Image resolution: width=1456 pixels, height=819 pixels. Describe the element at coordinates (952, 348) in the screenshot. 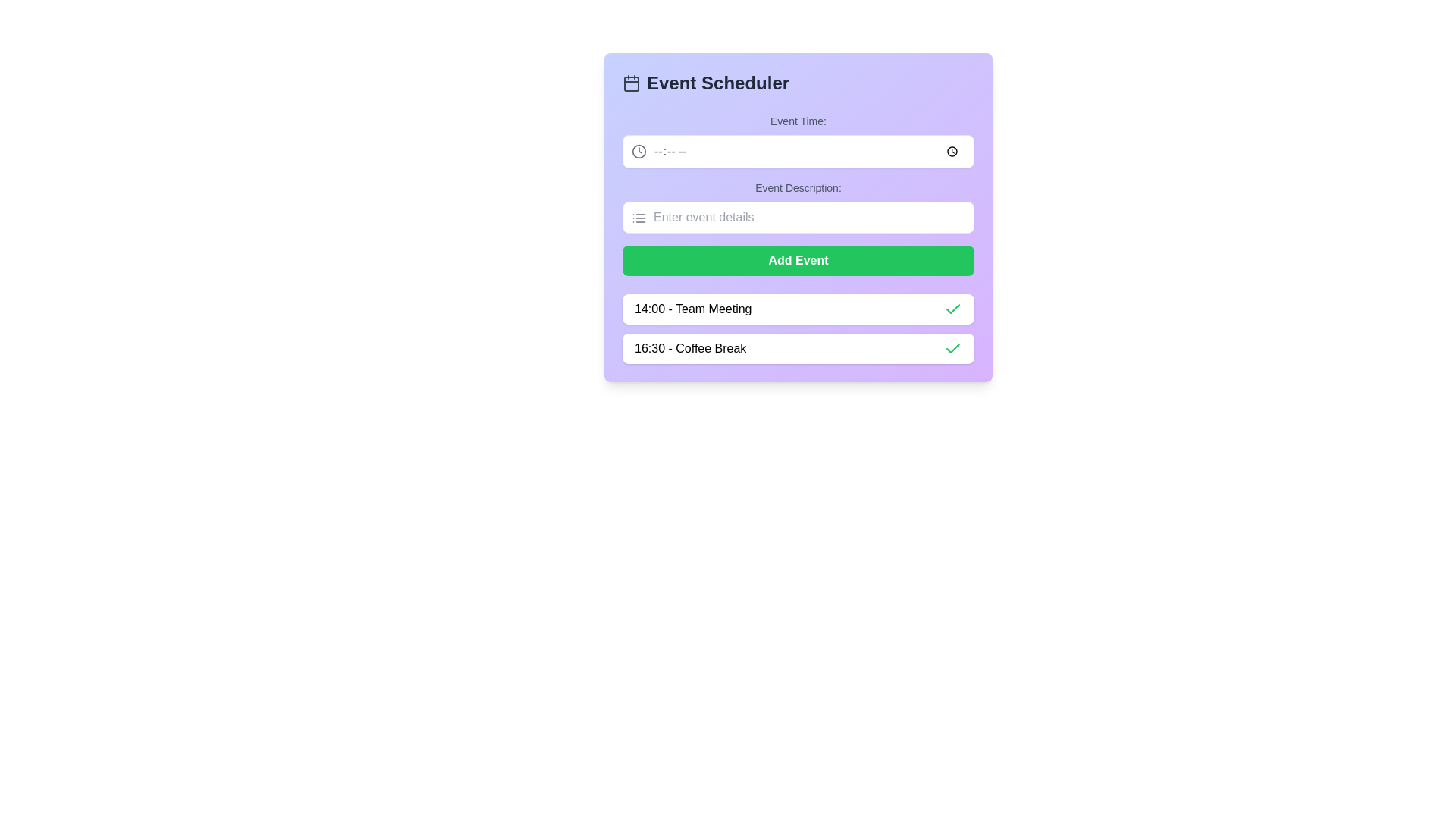

I see `the checkmark SVG icon that indicates successful completion for the '14:00 - Team Meeting' event` at that location.